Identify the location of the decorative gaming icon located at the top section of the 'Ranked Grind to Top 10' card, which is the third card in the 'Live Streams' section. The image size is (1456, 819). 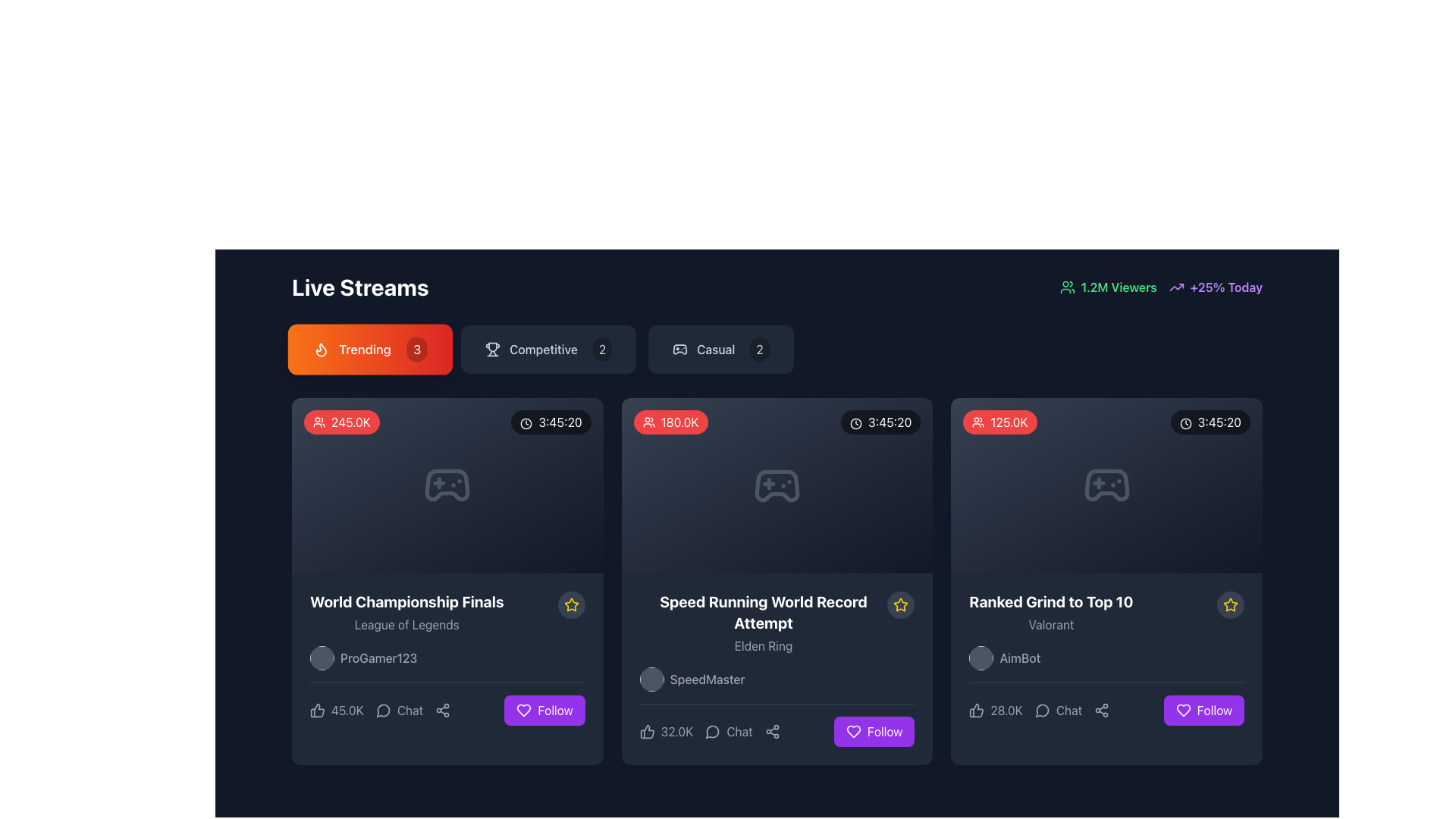
(1106, 485).